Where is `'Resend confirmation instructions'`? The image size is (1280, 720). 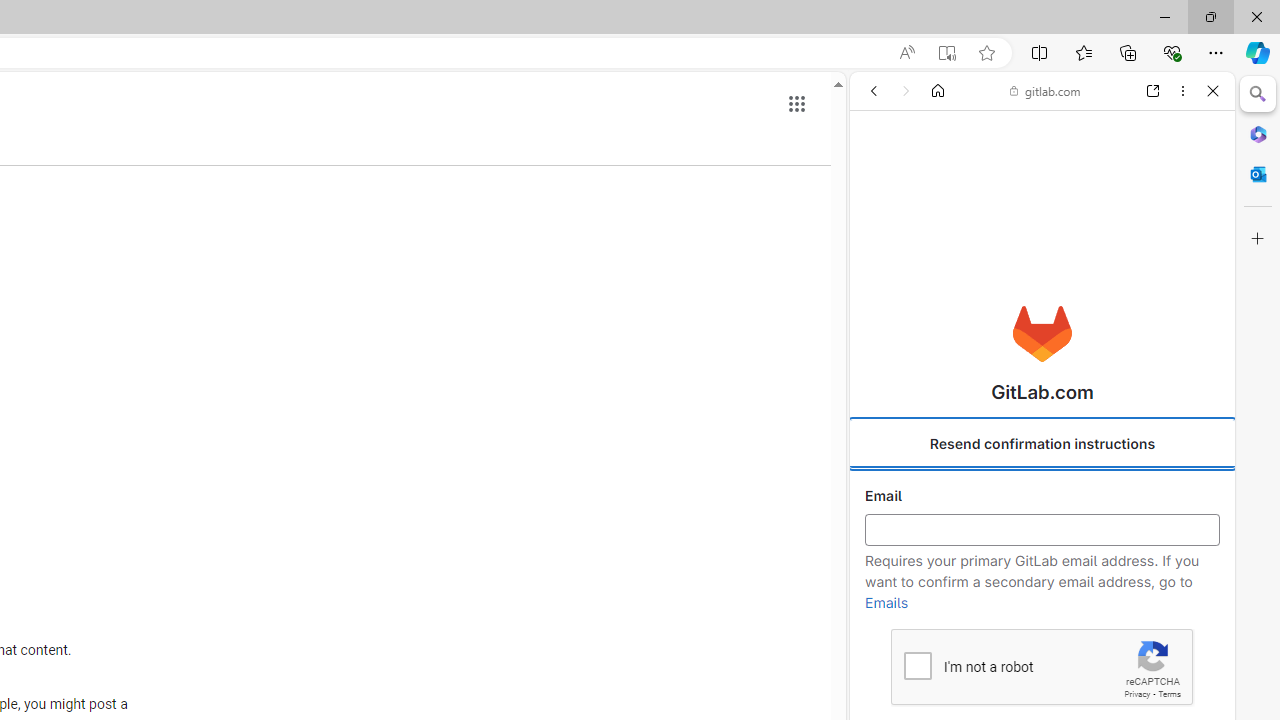
'Resend confirmation instructions' is located at coordinates (1041, 443).